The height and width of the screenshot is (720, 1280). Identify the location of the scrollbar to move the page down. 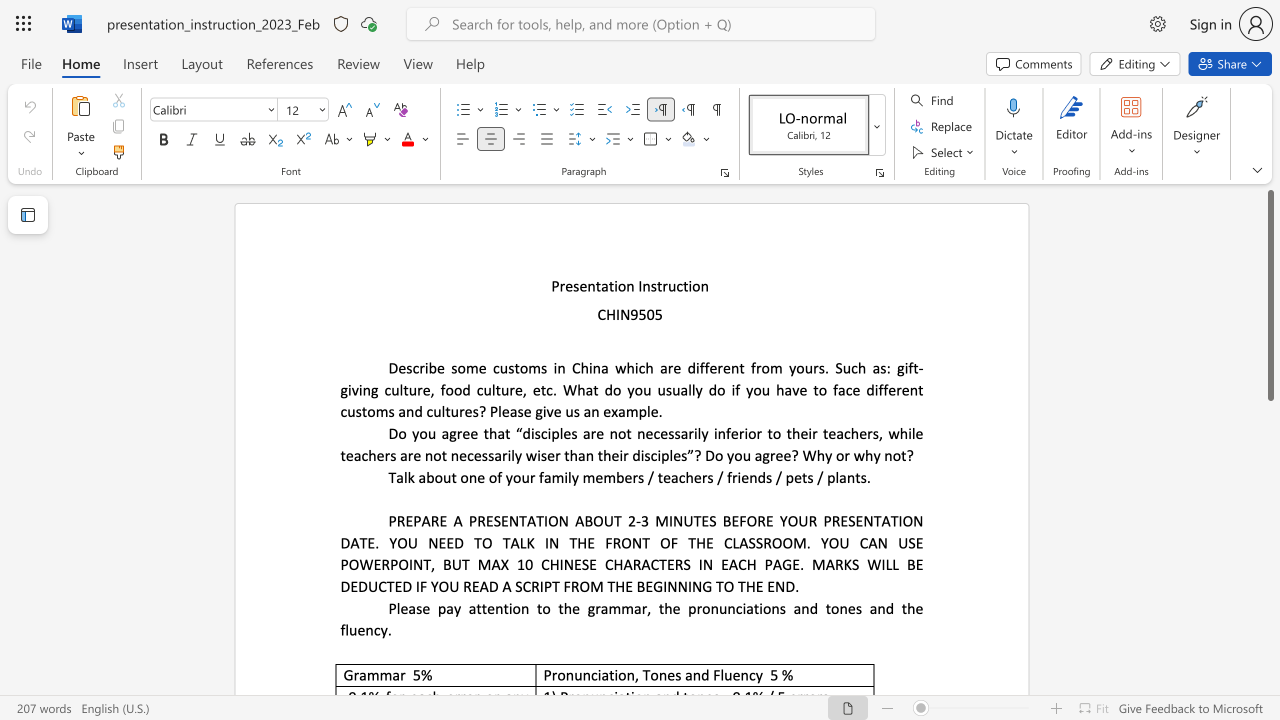
(1269, 678).